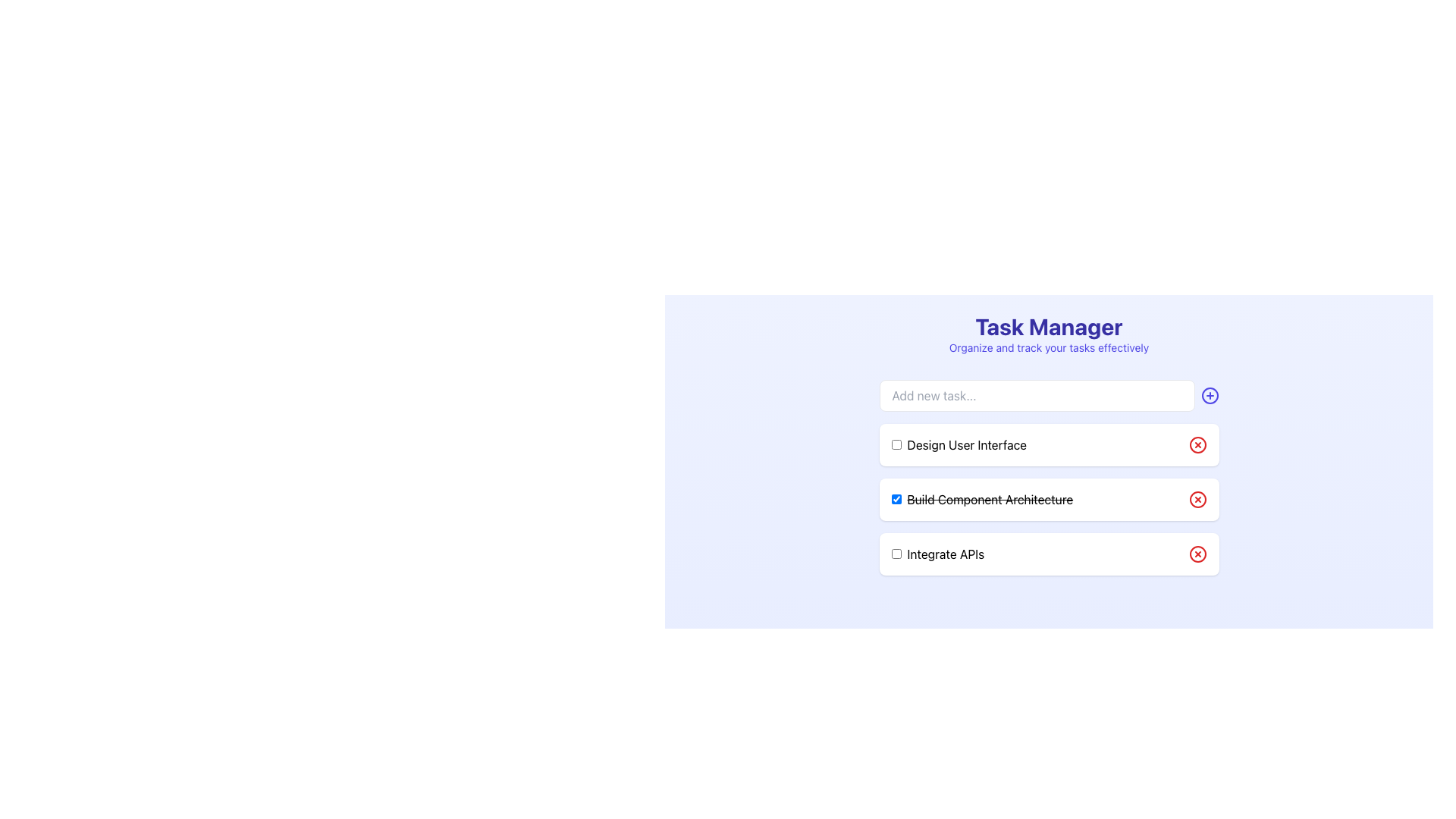 Image resolution: width=1456 pixels, height=819 pixels. Describe the element at coordinates (1048, 326) in the screenshot. I see `text of the heading element that serves as the main title for the page, positioned above the subtitle 'Organize and track your tasks effectively'` at that location.